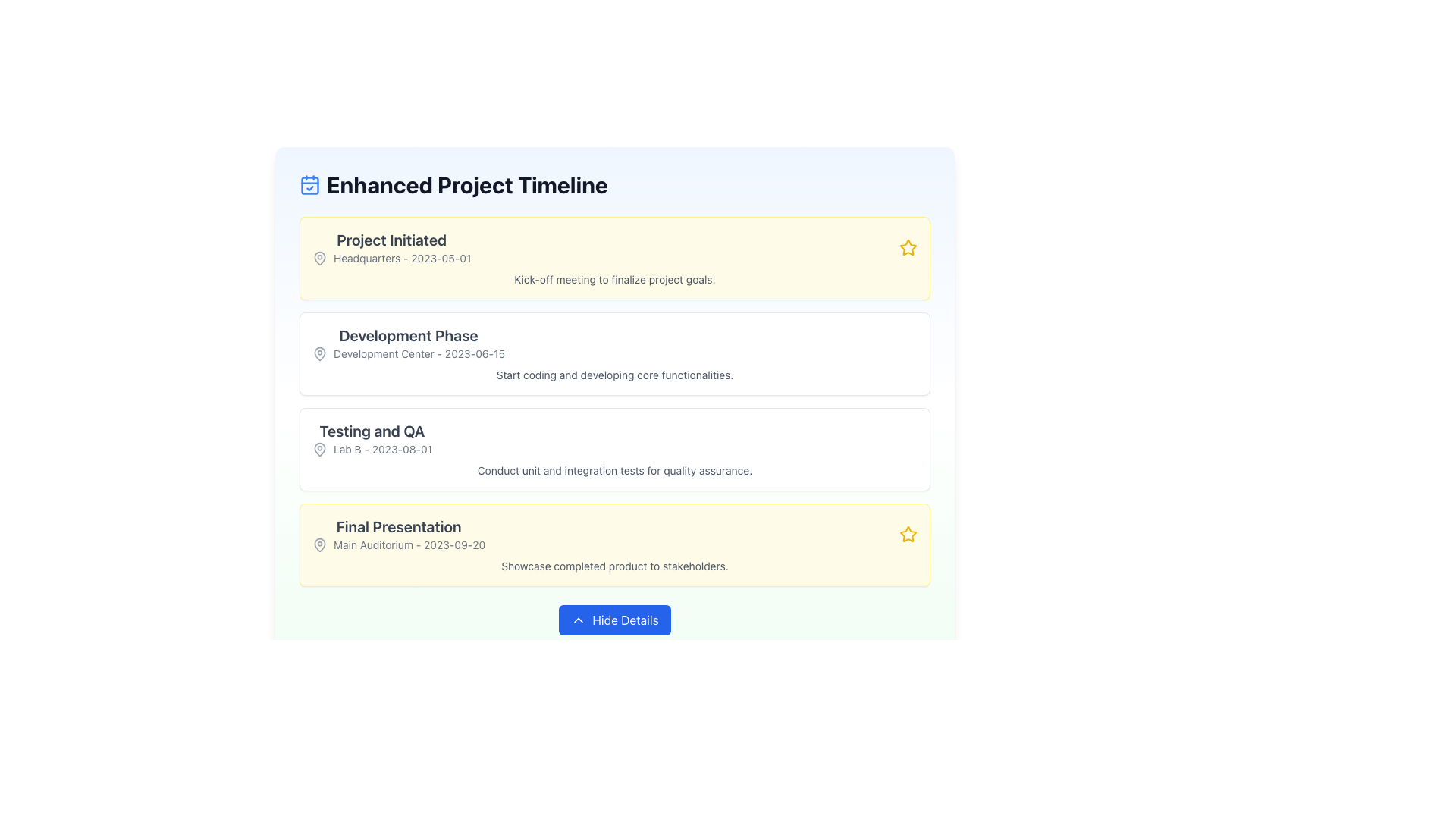 This screenshot has width=1456, height=819. Describe the element at coordinates (391, 247) in the screenshot. I see `to select or focus on the title and subtitle for the 'Project Initiated' phase located at the topmost yellow panel of a vertical list` at that location.